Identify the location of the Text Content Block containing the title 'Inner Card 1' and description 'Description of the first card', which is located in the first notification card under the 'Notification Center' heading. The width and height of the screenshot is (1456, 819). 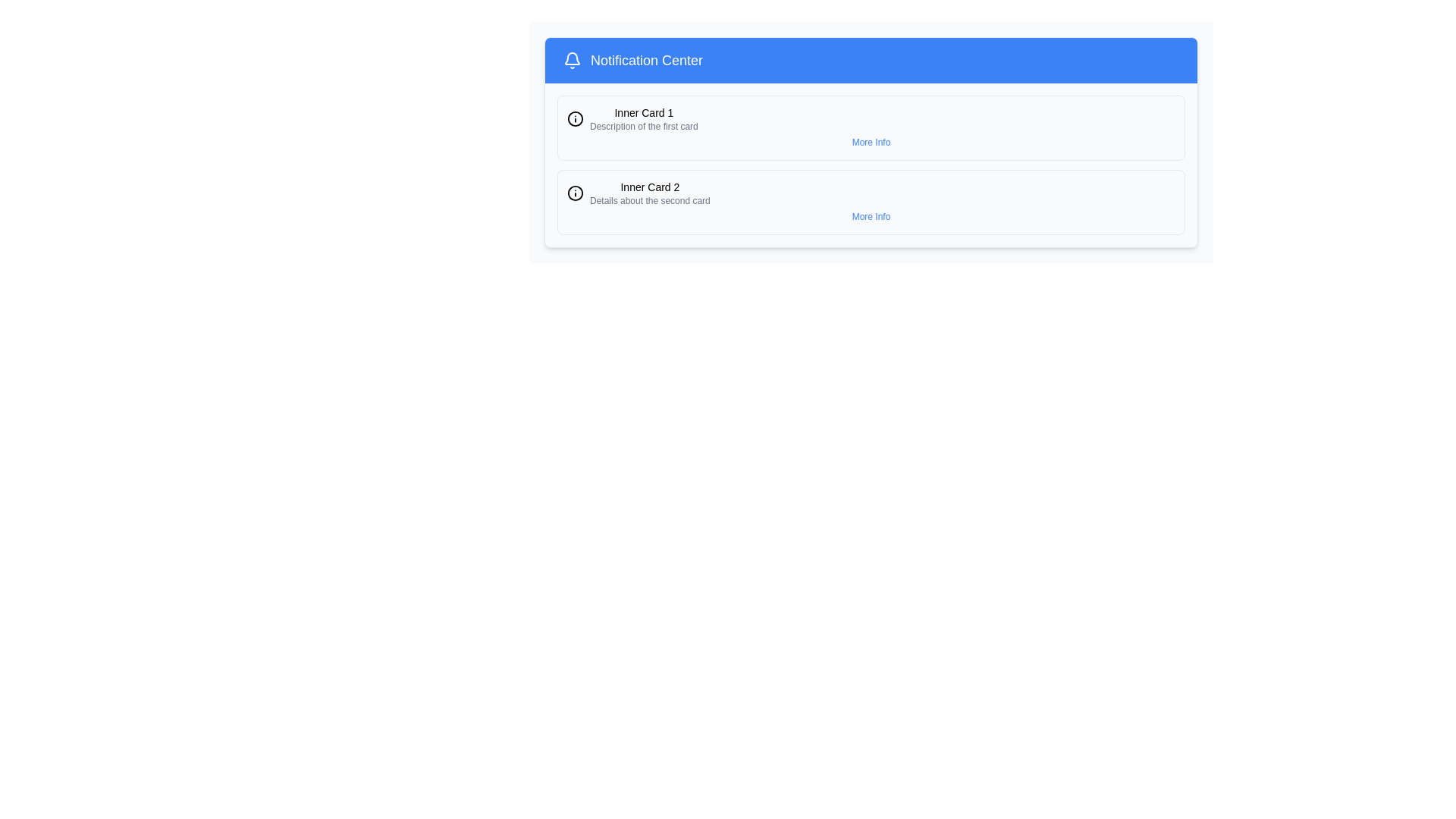
(644, 118).